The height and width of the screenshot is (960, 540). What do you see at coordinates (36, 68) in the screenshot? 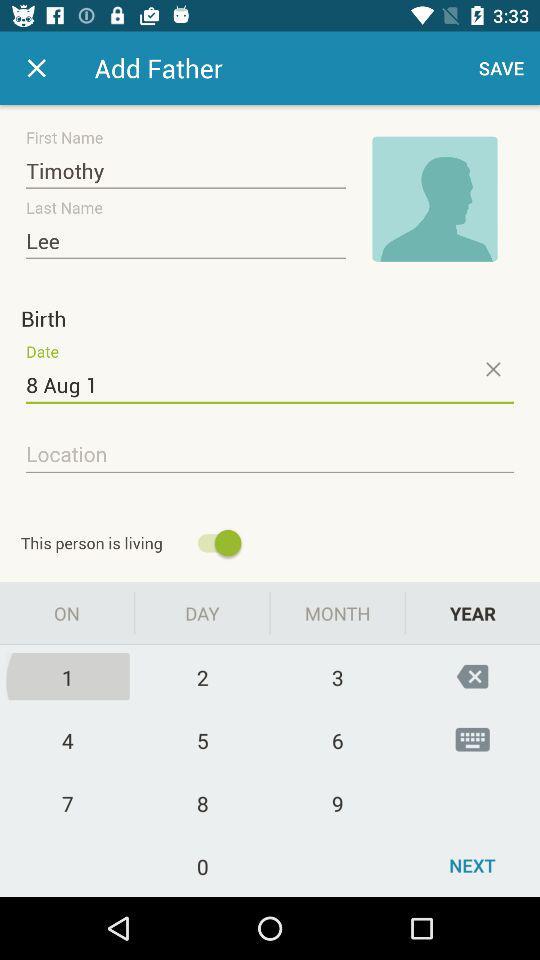
I see `cancel button` at bounding box center [36, 68].